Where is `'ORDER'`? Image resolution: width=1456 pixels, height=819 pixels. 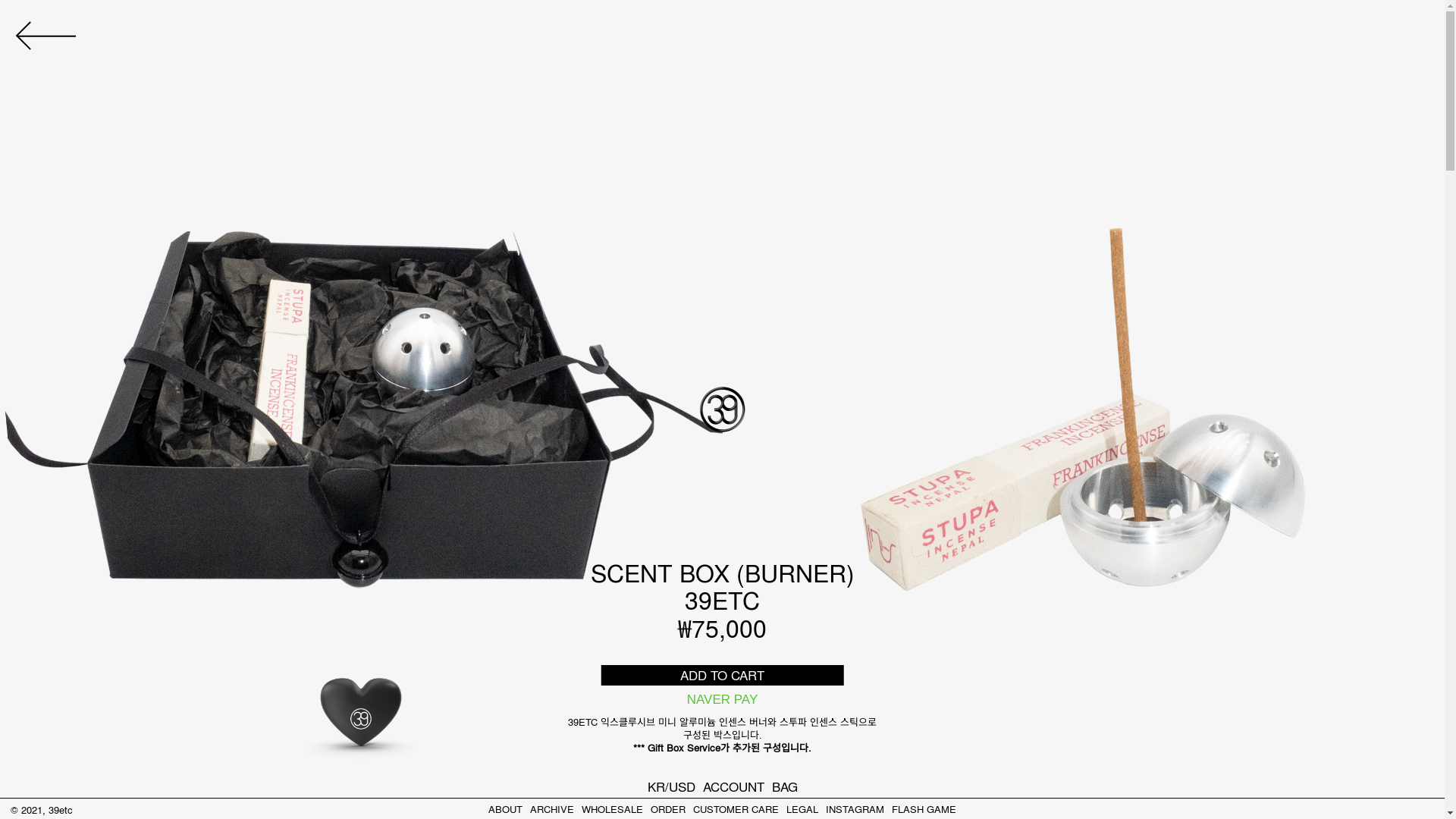
'ORDER' is located at coordinates (667, 808).